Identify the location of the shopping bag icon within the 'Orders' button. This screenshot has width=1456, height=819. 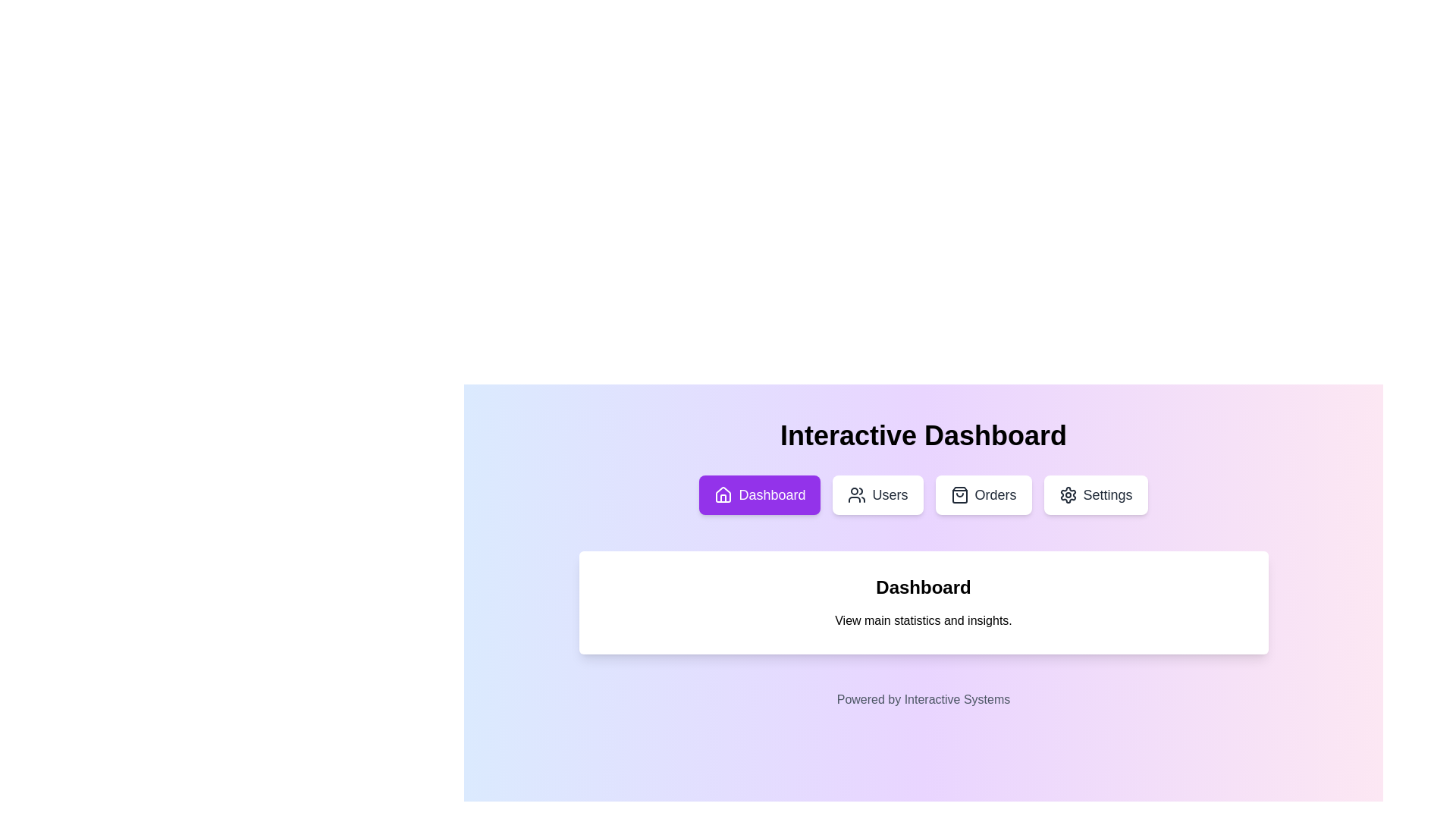
(959, 494).